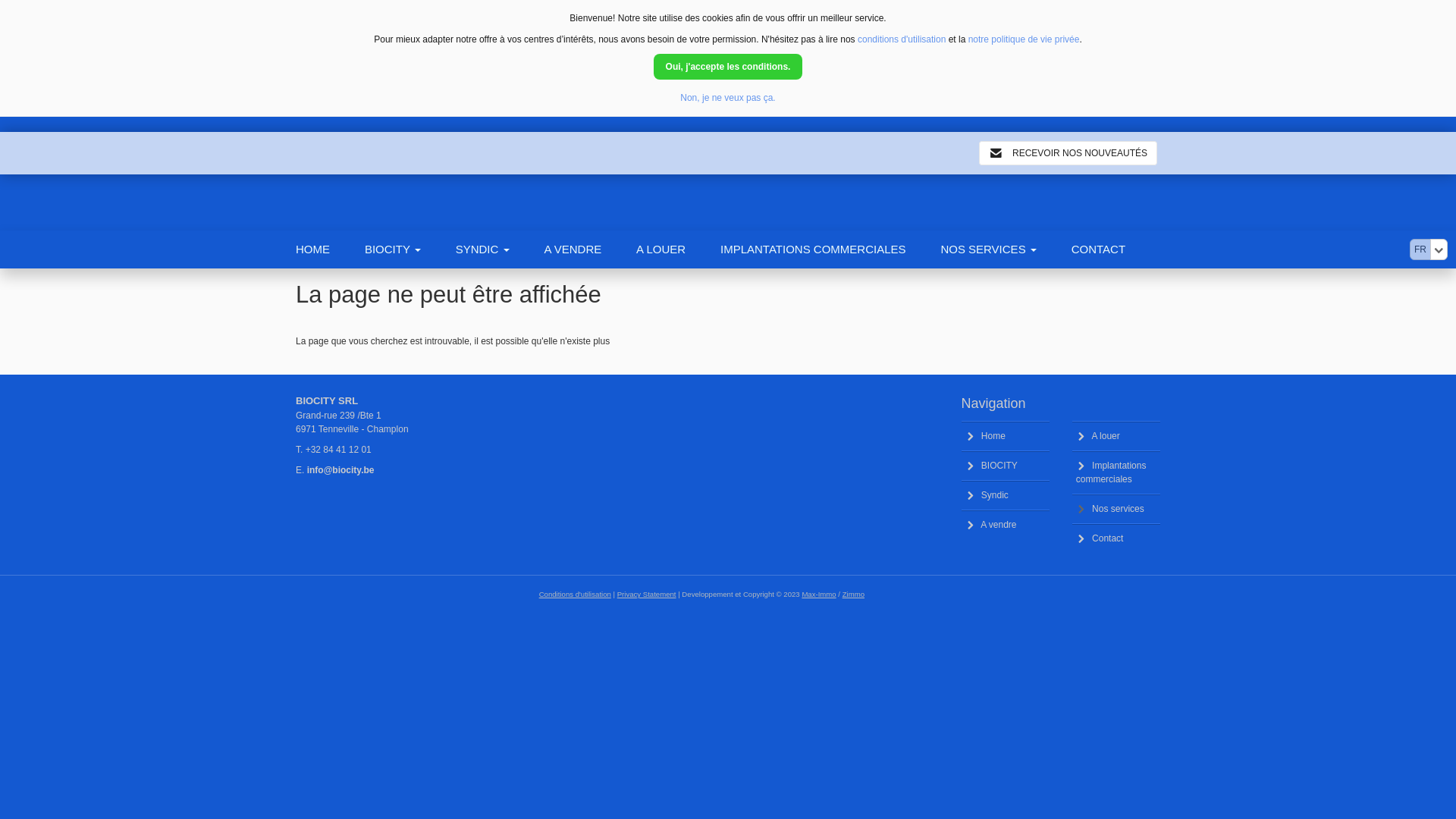 The width and height of the screenshot is (1456, 819). Describe the element at coordinates (340, 469) in the screenshot. I see `'info@biocity.be'` at that location.